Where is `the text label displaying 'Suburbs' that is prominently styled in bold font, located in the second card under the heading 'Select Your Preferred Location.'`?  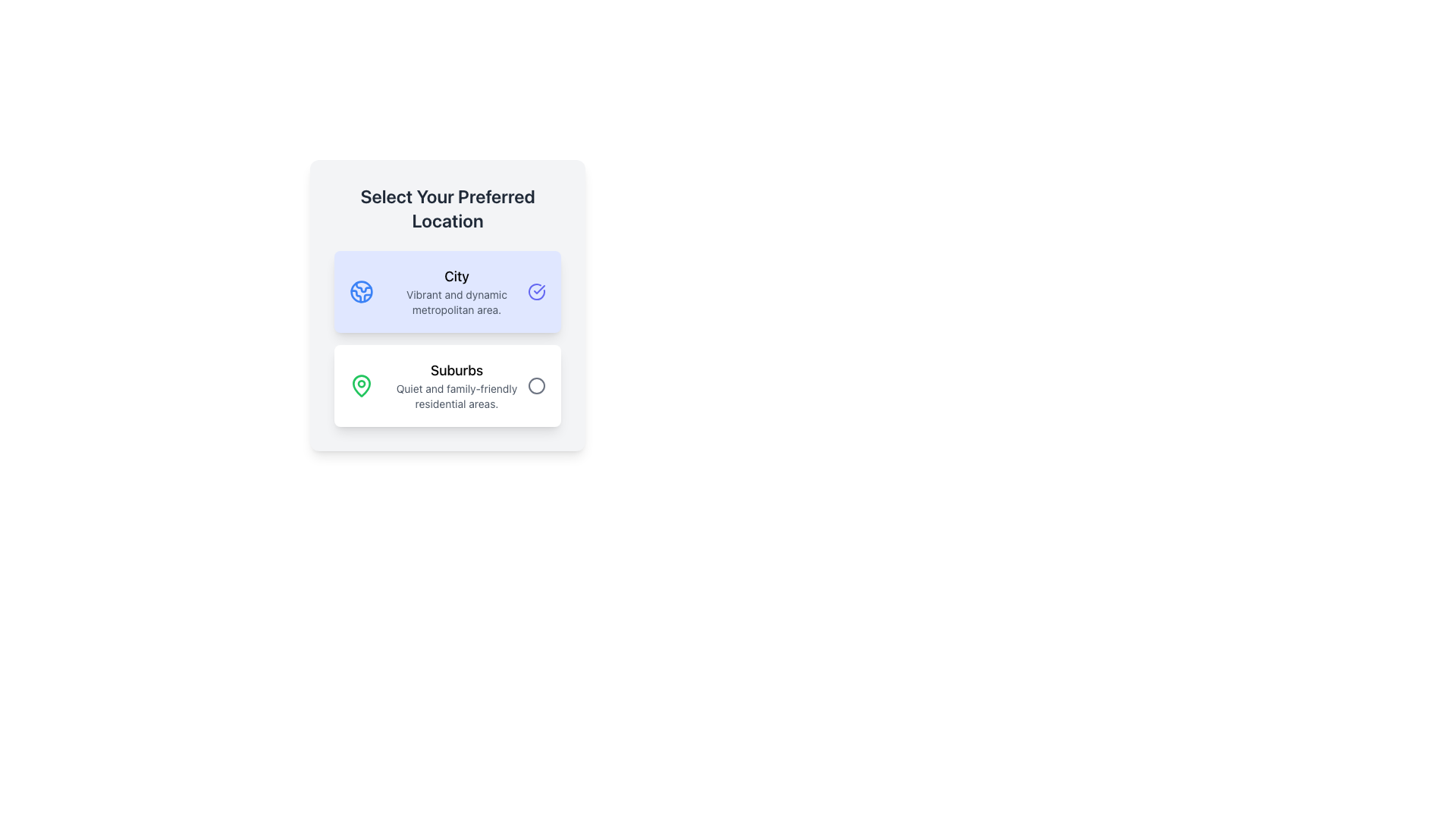
the text label displaying 'Suburbs' that is prominently styled in bold font, located in the second card under the heading 'Select Your Preferred Location.' is located at coordinates (456, 371).